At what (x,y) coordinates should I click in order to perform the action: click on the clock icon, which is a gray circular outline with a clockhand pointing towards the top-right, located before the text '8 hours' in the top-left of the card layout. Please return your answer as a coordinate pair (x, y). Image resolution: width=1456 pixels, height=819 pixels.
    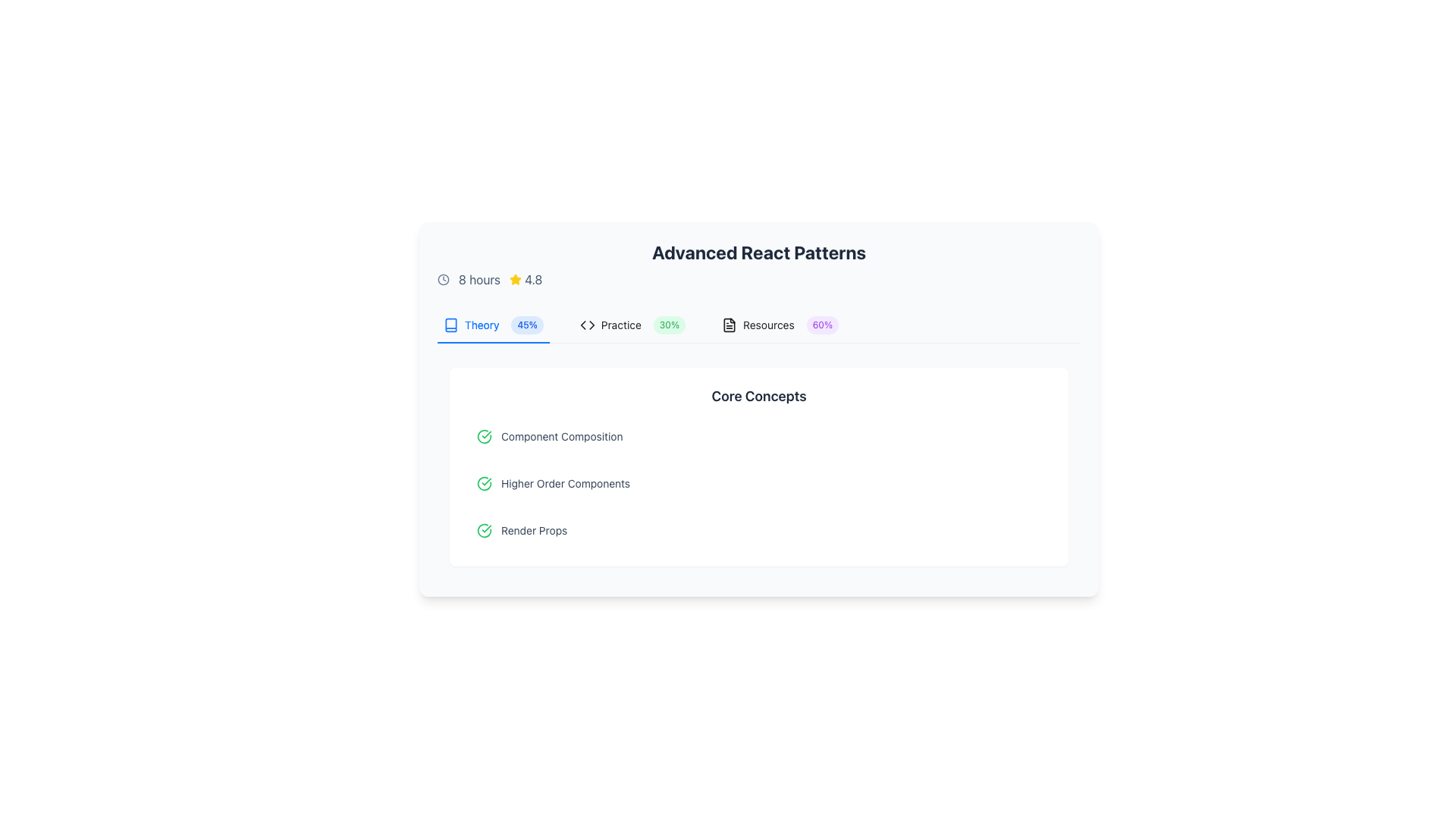
    Looking at the image, I should click on (443, 280).